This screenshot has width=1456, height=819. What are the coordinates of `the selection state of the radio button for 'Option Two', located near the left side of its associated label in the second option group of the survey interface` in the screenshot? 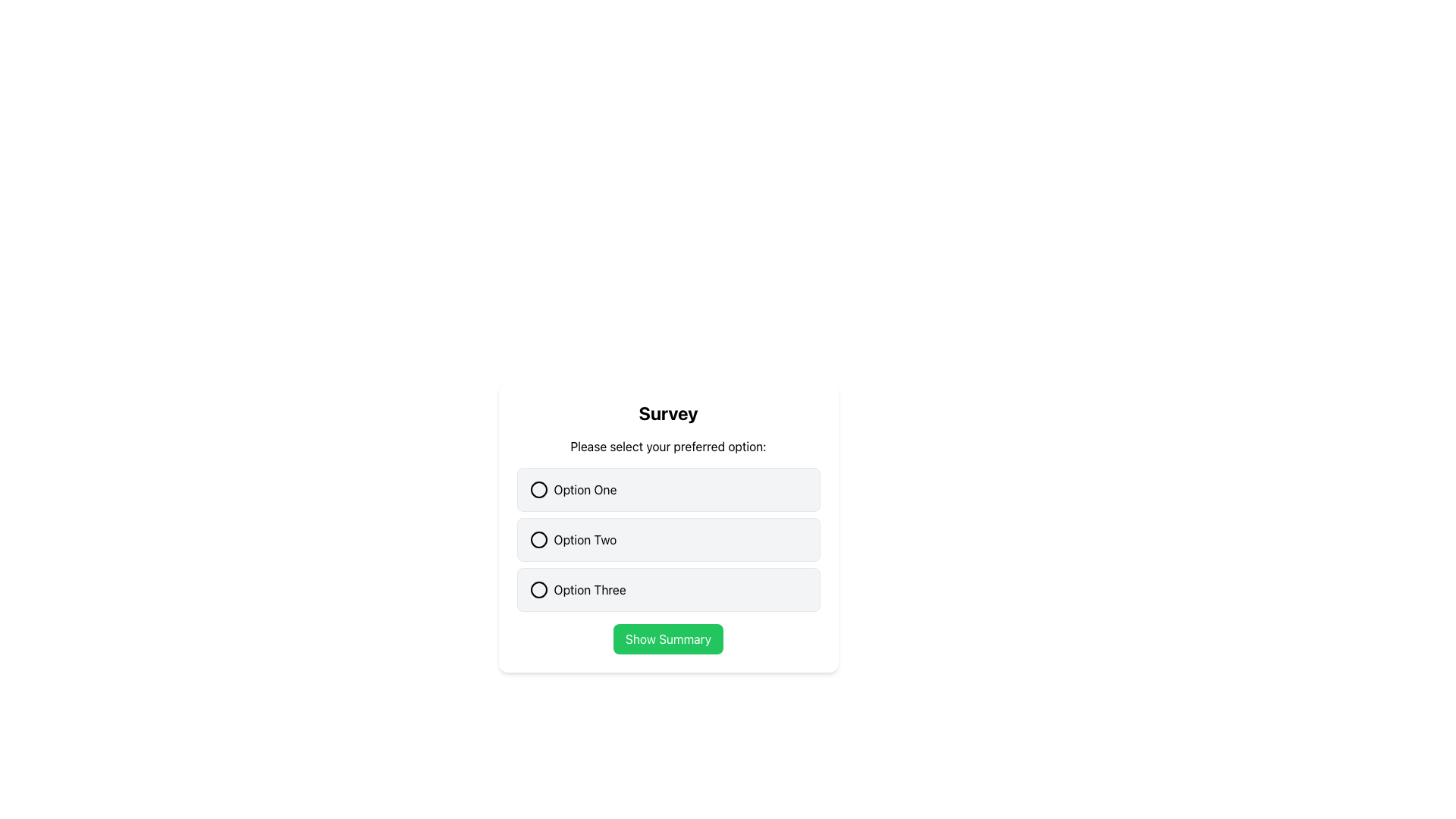 It's located at (538, 539).